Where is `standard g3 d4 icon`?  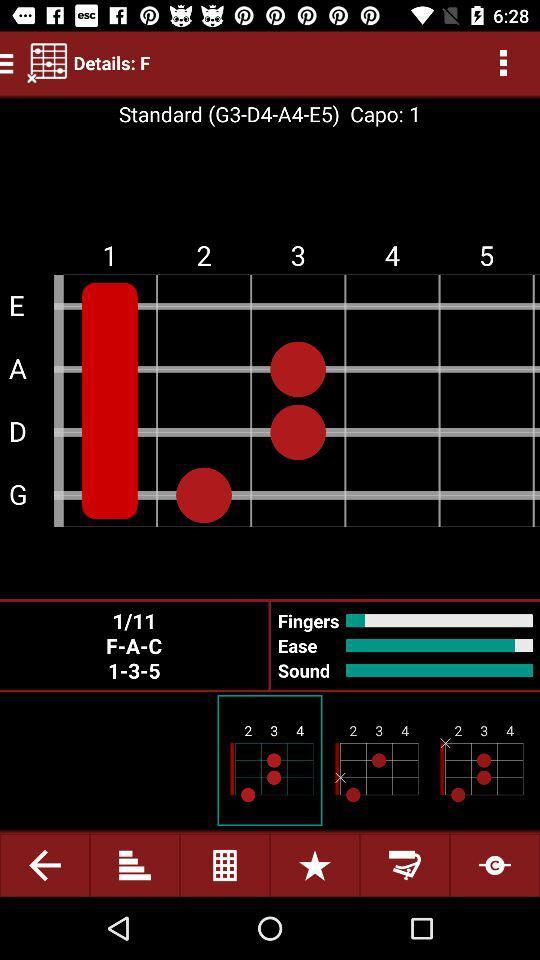
standard g3 d4 icon is located at coordinates (228, 114).